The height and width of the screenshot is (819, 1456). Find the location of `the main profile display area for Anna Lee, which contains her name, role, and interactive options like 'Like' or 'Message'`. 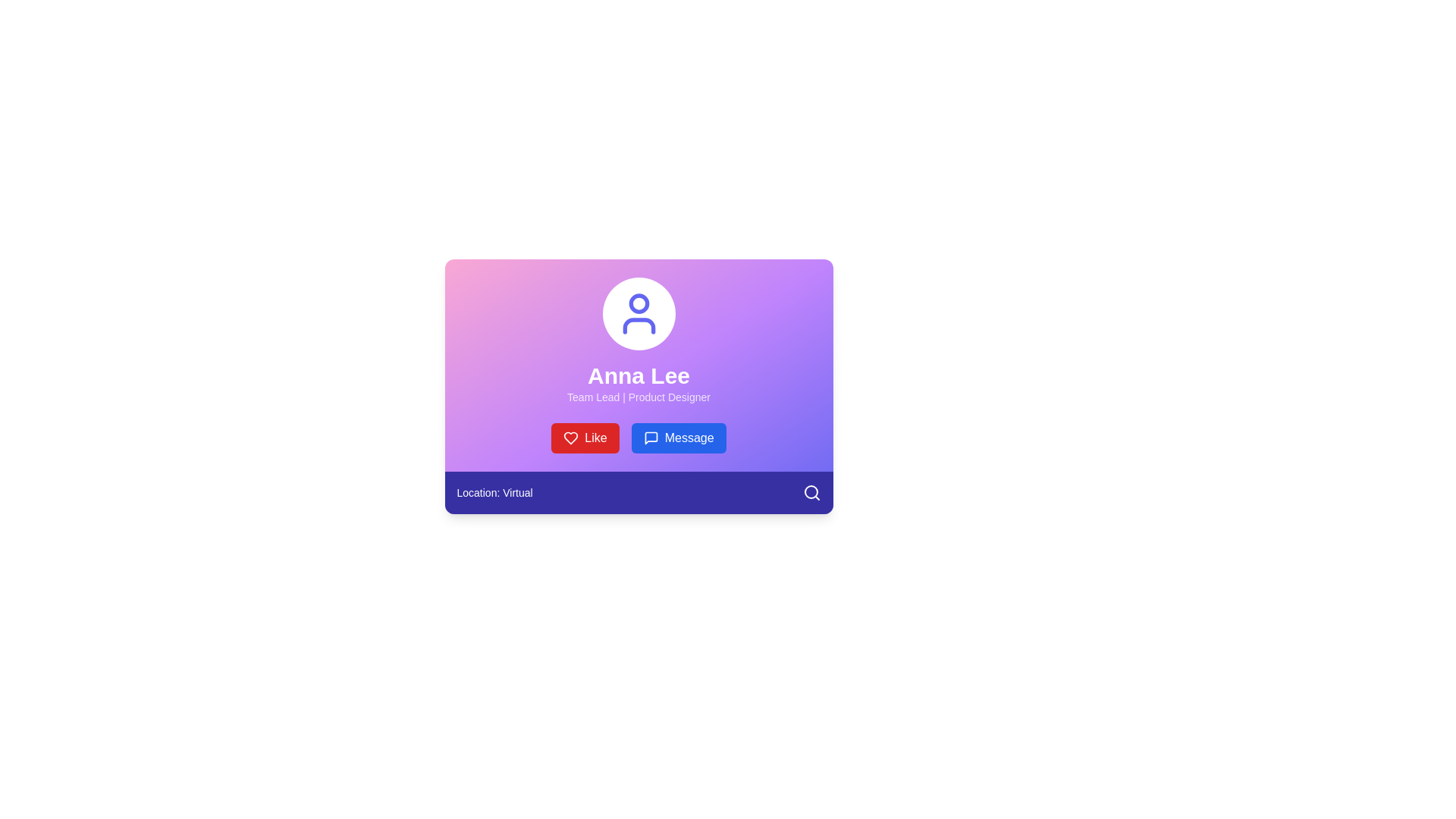

the main profile display area for Anna Lee, which contains her name, role, and interactive options like 'Like' or 'Message' is located at coordinates (639, 366).